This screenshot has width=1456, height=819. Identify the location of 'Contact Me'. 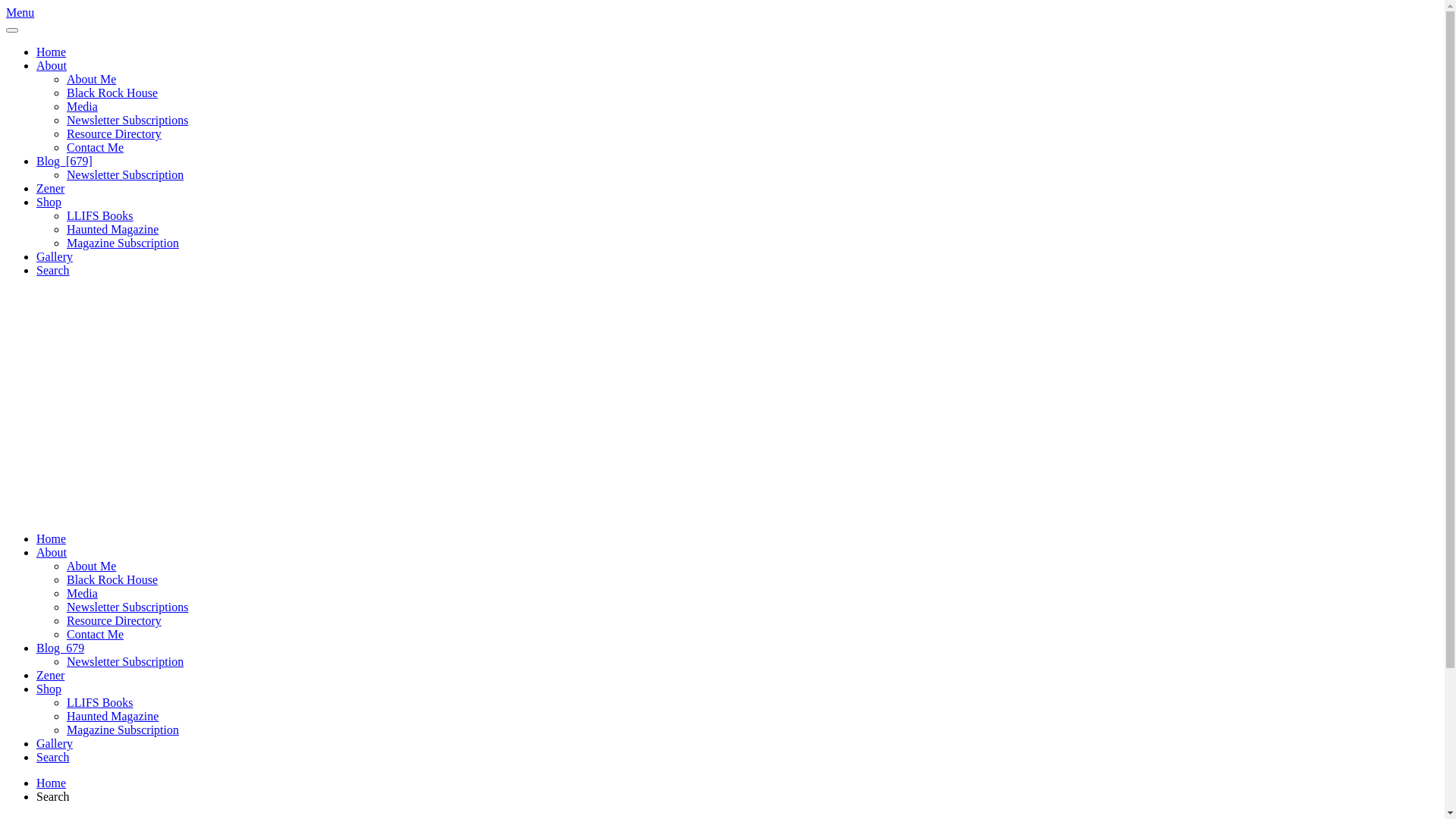
(94, 634).